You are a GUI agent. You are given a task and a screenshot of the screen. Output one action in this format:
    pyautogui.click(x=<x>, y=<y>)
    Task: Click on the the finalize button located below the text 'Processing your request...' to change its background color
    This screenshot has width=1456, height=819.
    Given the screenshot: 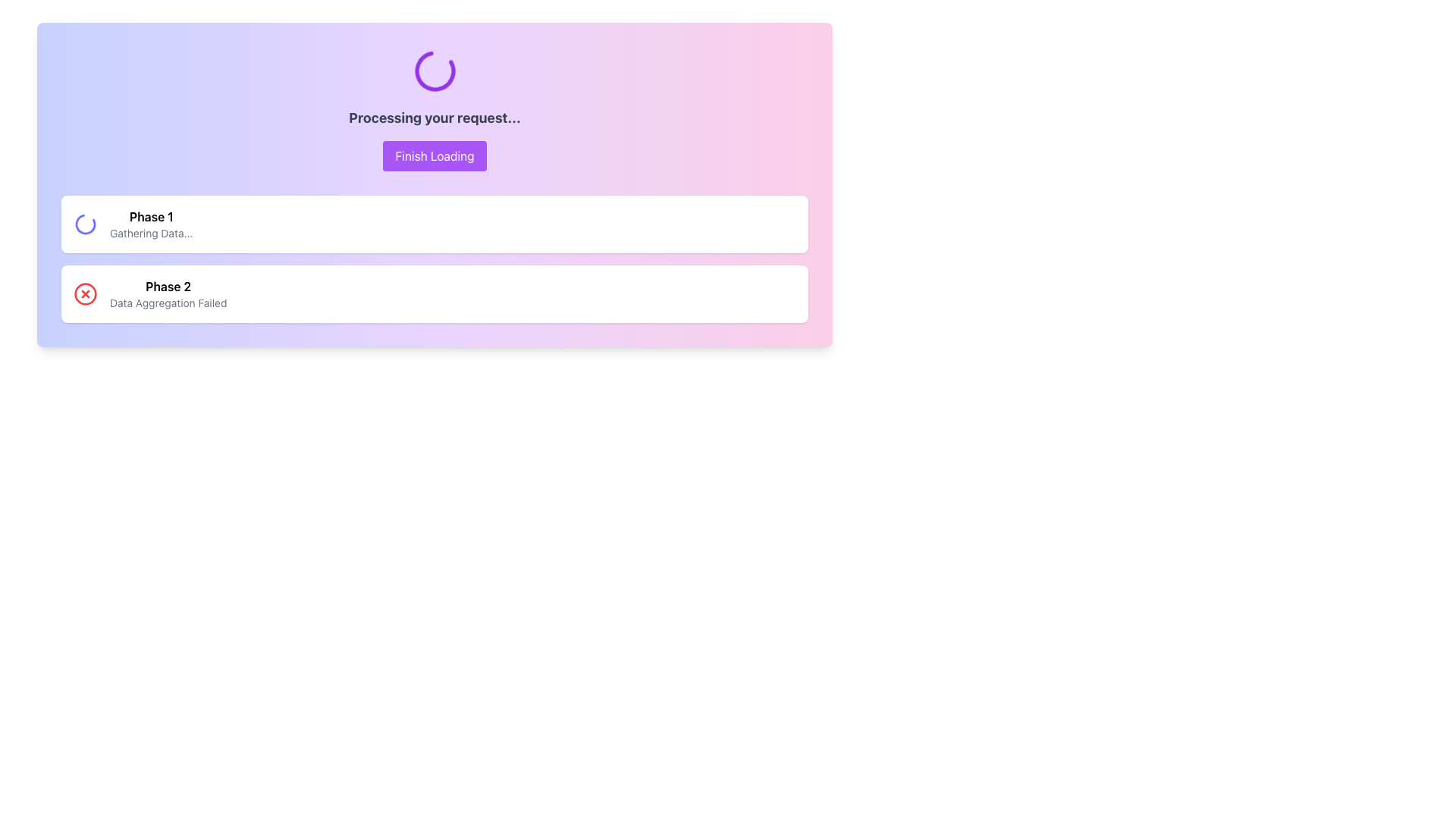 What is the action you would take?
    pyautogui.click(x=434, y=155)
    